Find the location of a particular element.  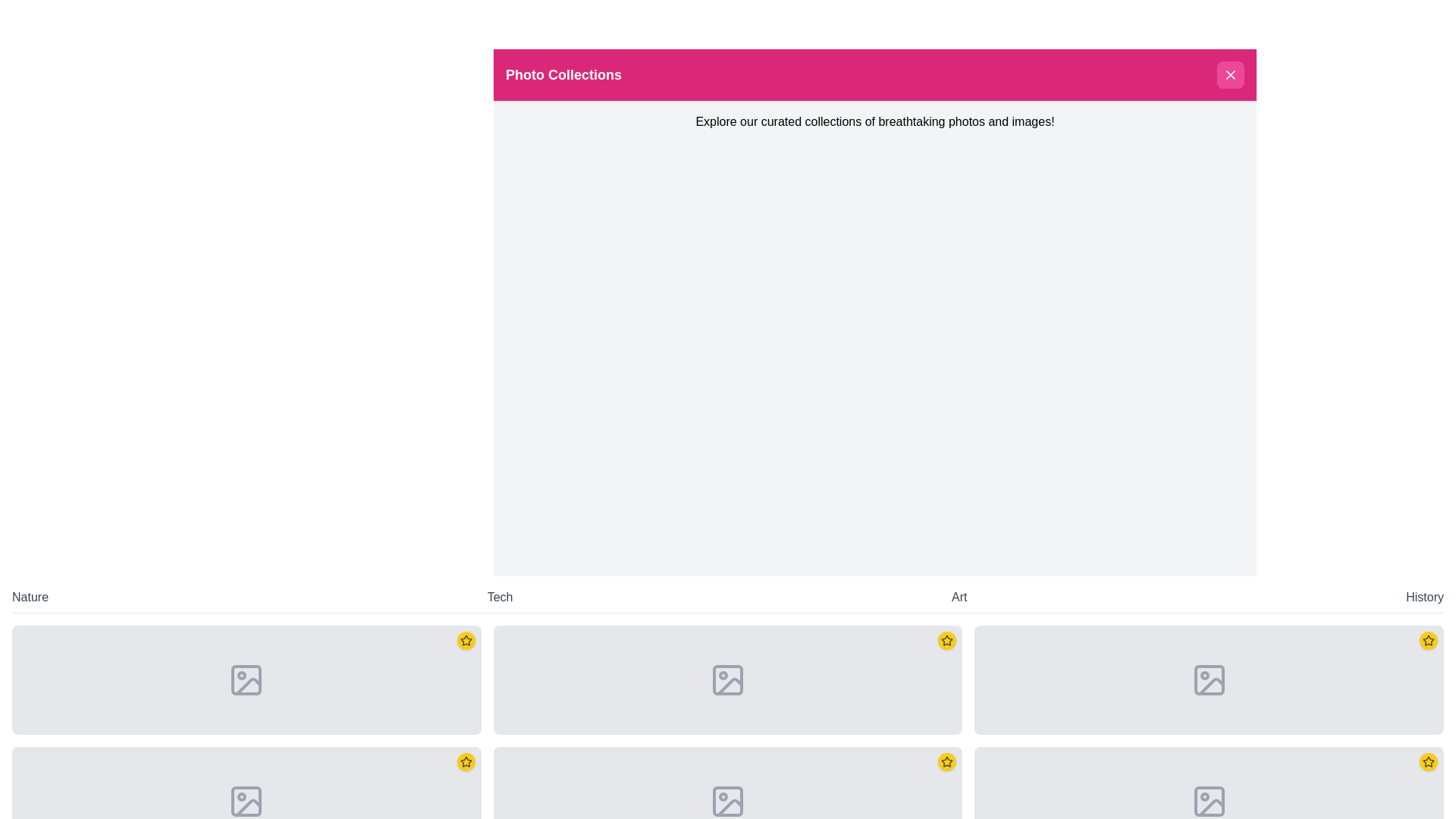

the circular yellow button with a star icon in the top-right corner of the third card in the second row of the grid to mark or unmark as favorite is located at coordinates (946, 762).